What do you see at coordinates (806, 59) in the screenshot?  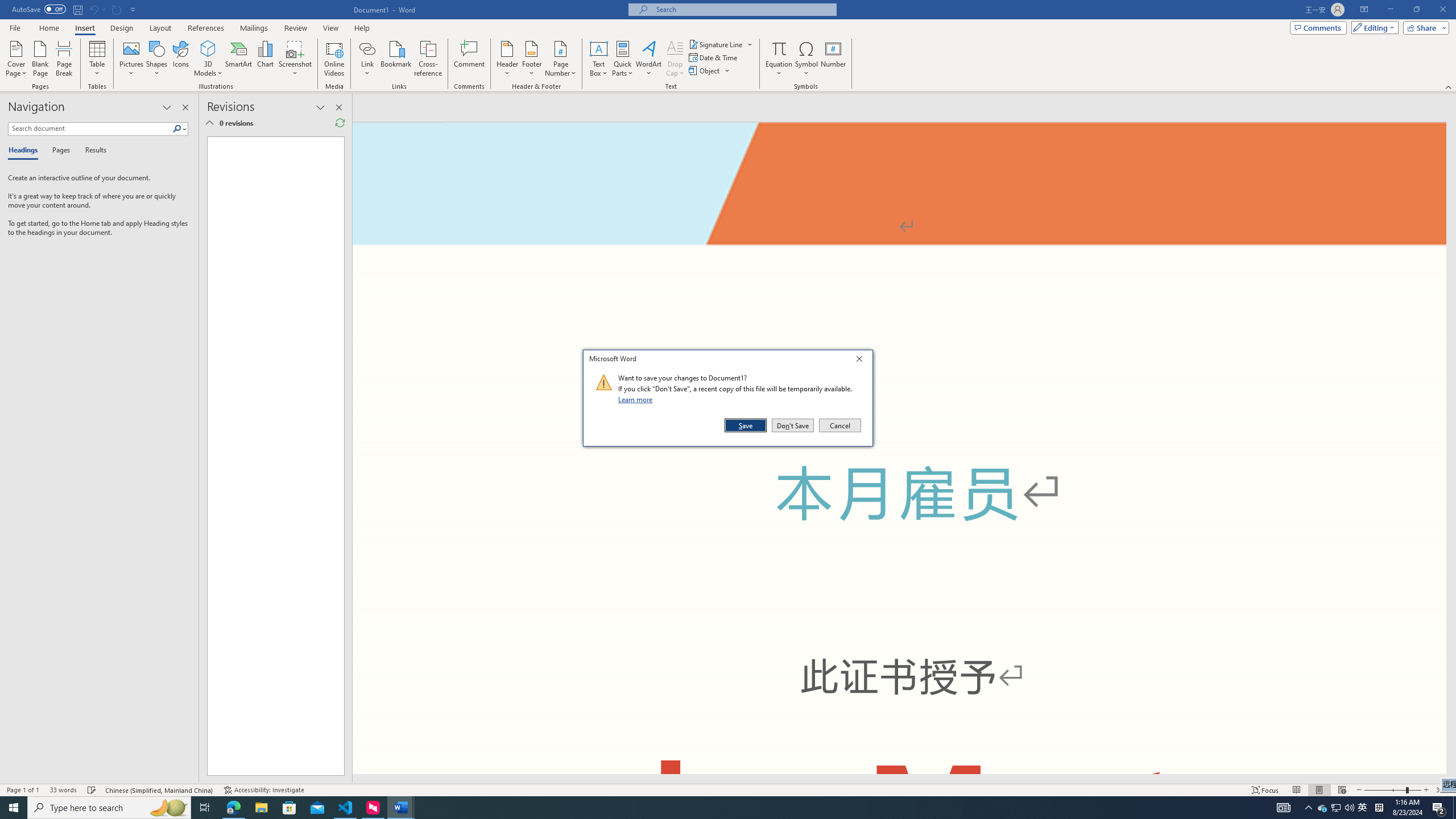 I see `'Symbol'` at bounding box center [806, 59].